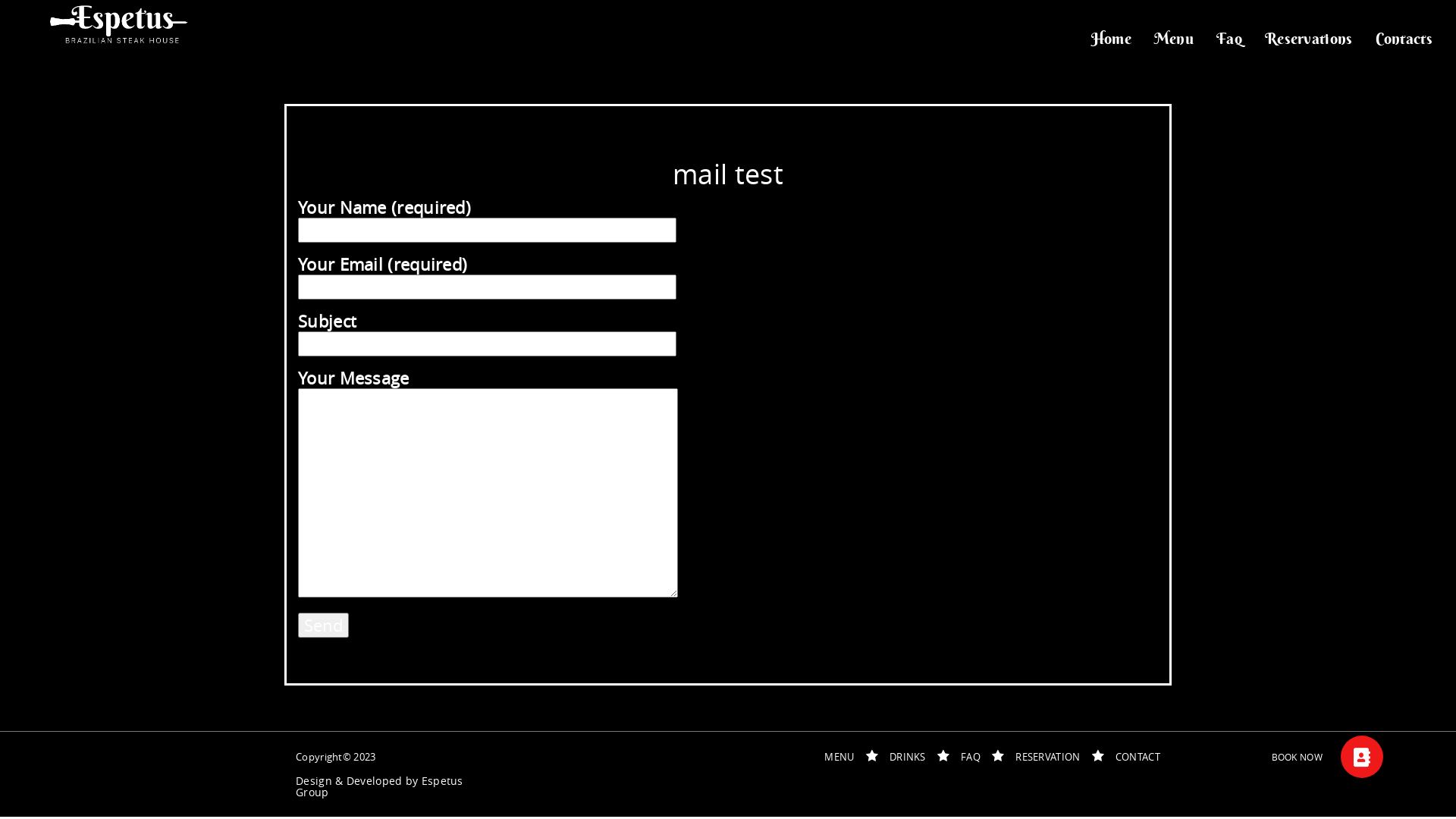  I want to click on 'RESERVATION', so click(1015, 757).